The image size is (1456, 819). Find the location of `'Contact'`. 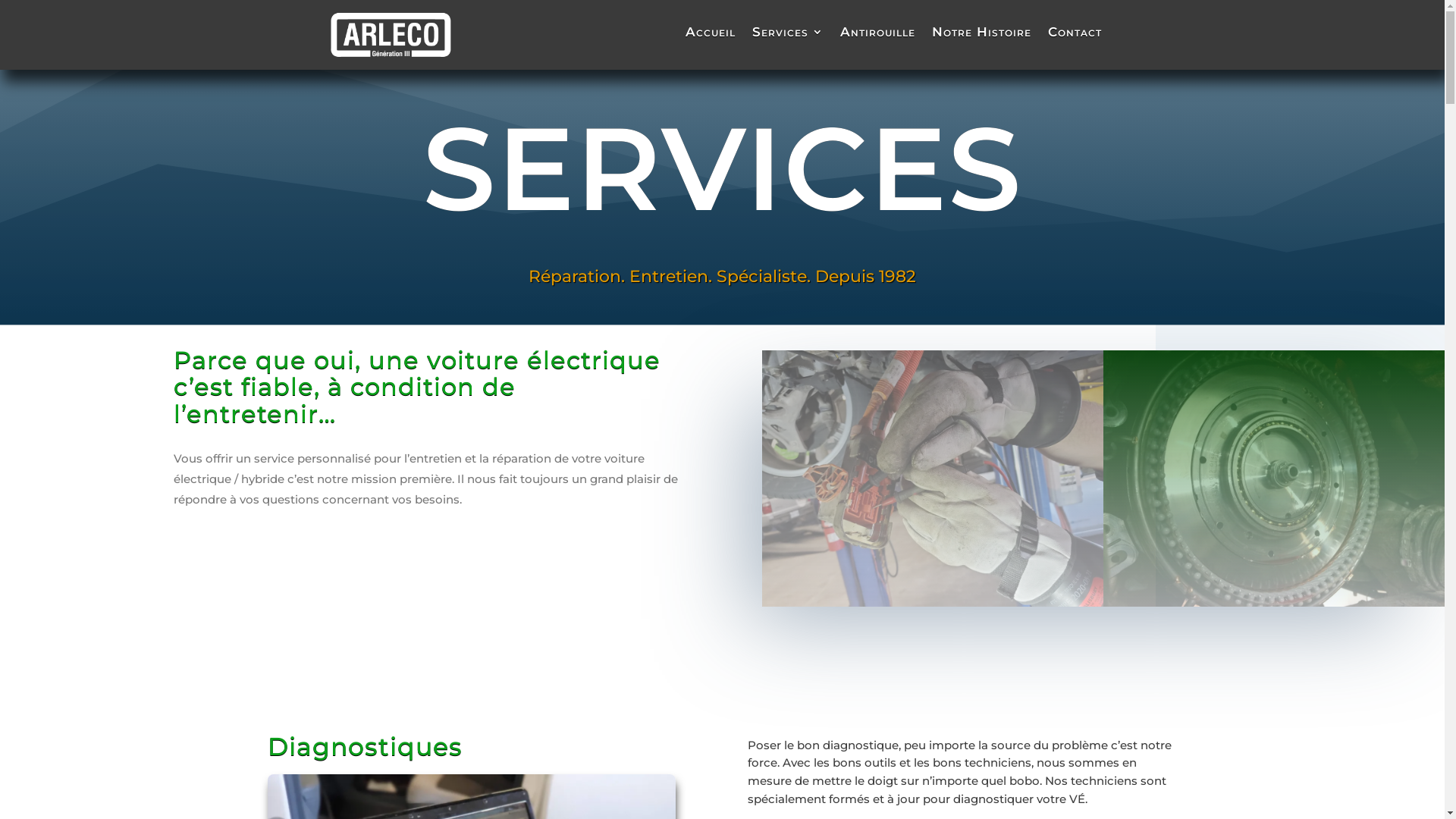

'Contact' is located at coordinates (1074, 34).